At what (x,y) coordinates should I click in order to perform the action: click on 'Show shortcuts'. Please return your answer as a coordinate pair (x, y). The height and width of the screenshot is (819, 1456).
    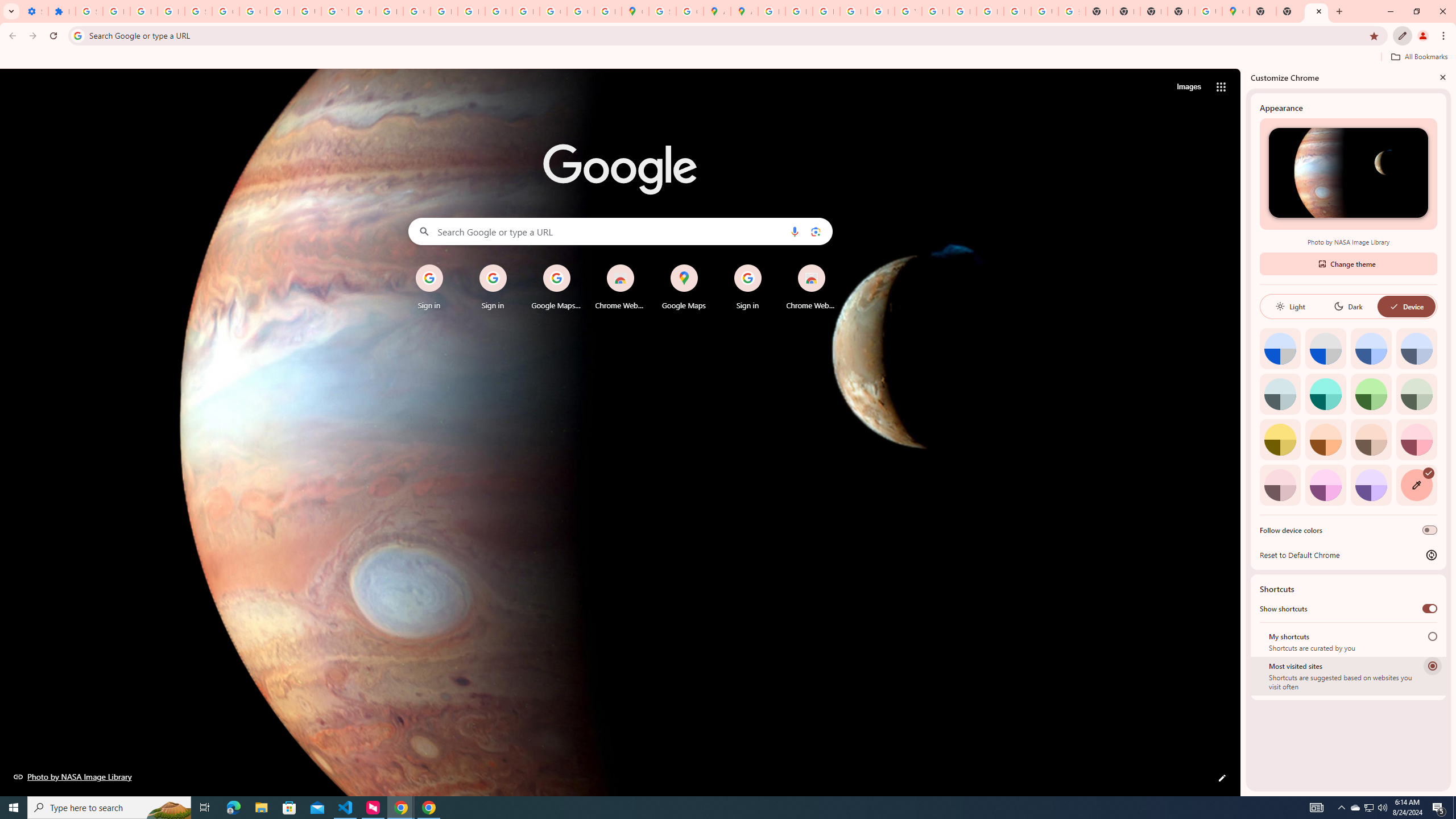
    Looking at the image, I should click on (1429, 607).